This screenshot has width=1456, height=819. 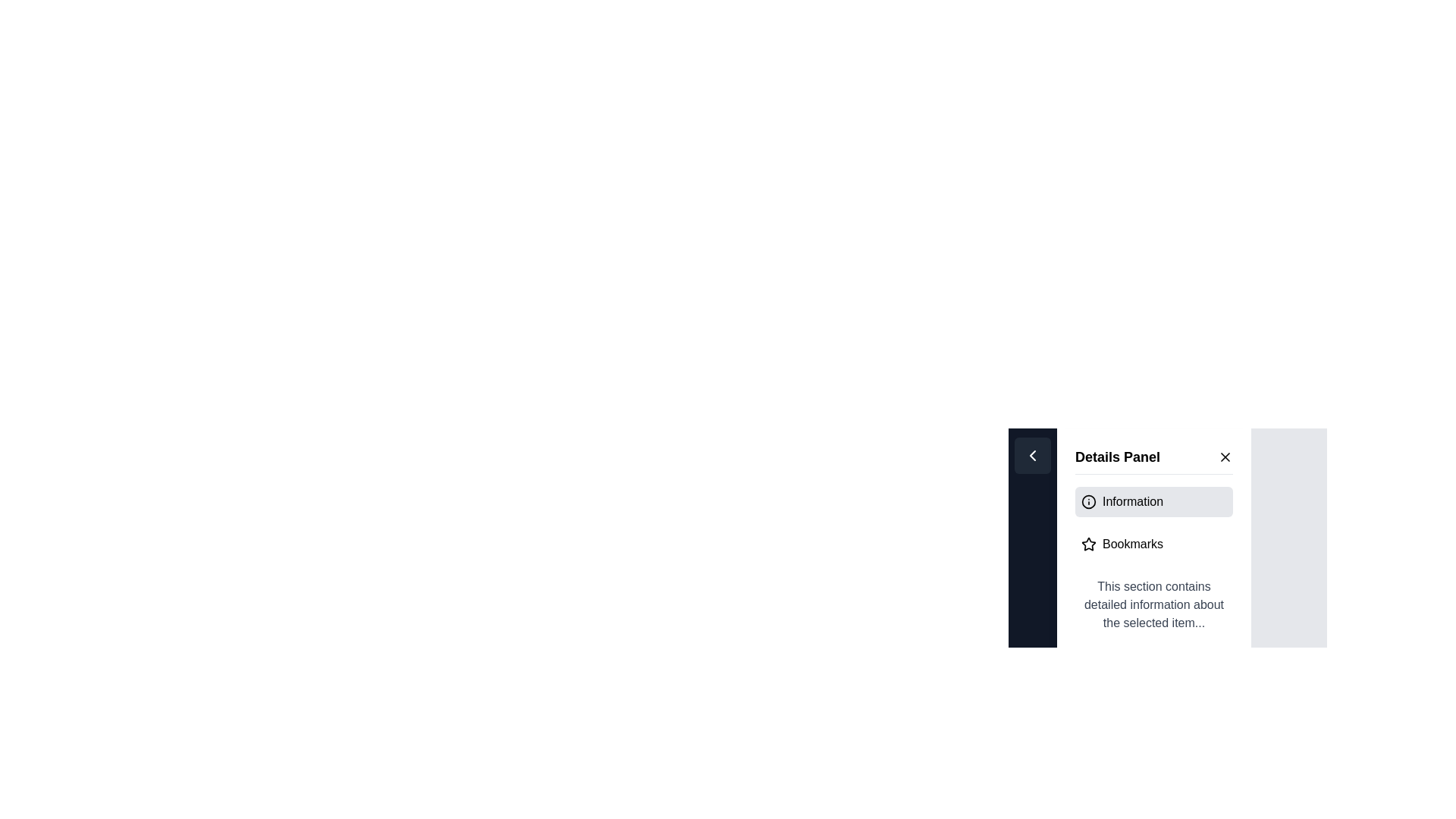 I want to click on the star-shaped icon located to the left of the 'Bookmarks' button in the 'Details Panel' if it is linked, so click(x=1087, y=543).